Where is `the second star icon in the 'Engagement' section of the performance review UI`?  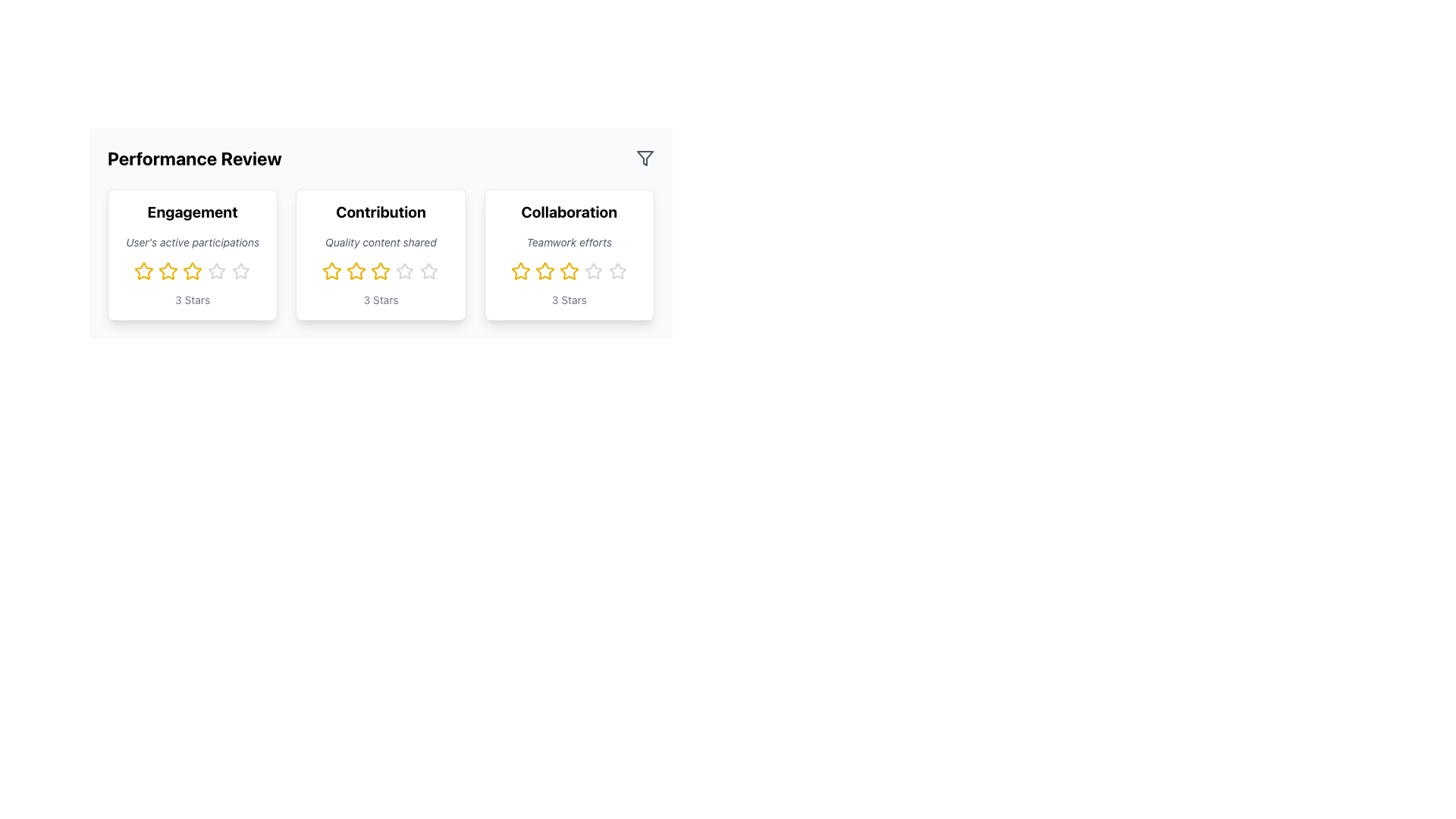
the second star icon in the 'Engagement' section of the performance review UI is located at coordinates (192, 270).